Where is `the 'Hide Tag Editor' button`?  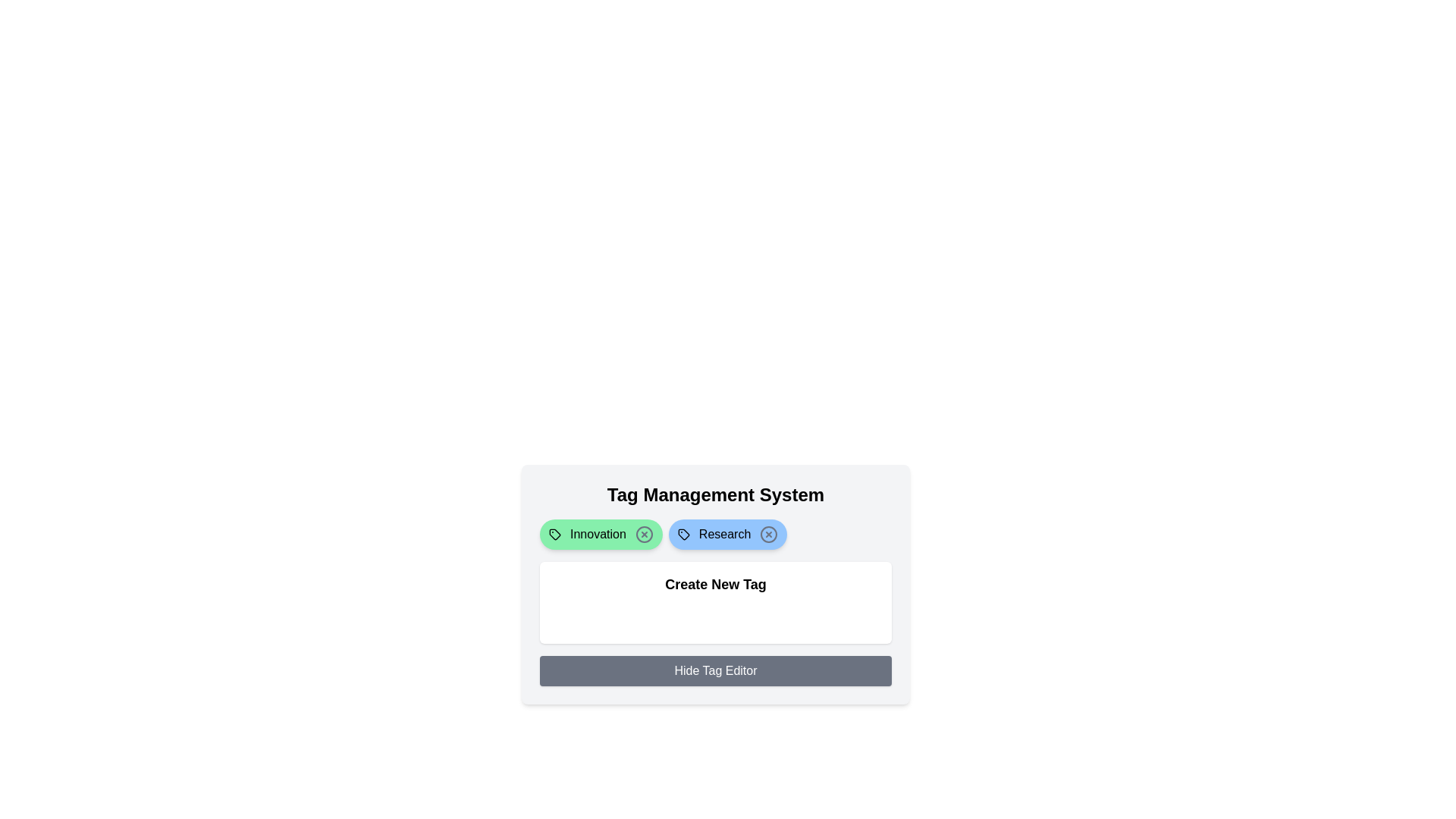 the 'Hide Tag Editor' button is located at coordinates (715, 670).